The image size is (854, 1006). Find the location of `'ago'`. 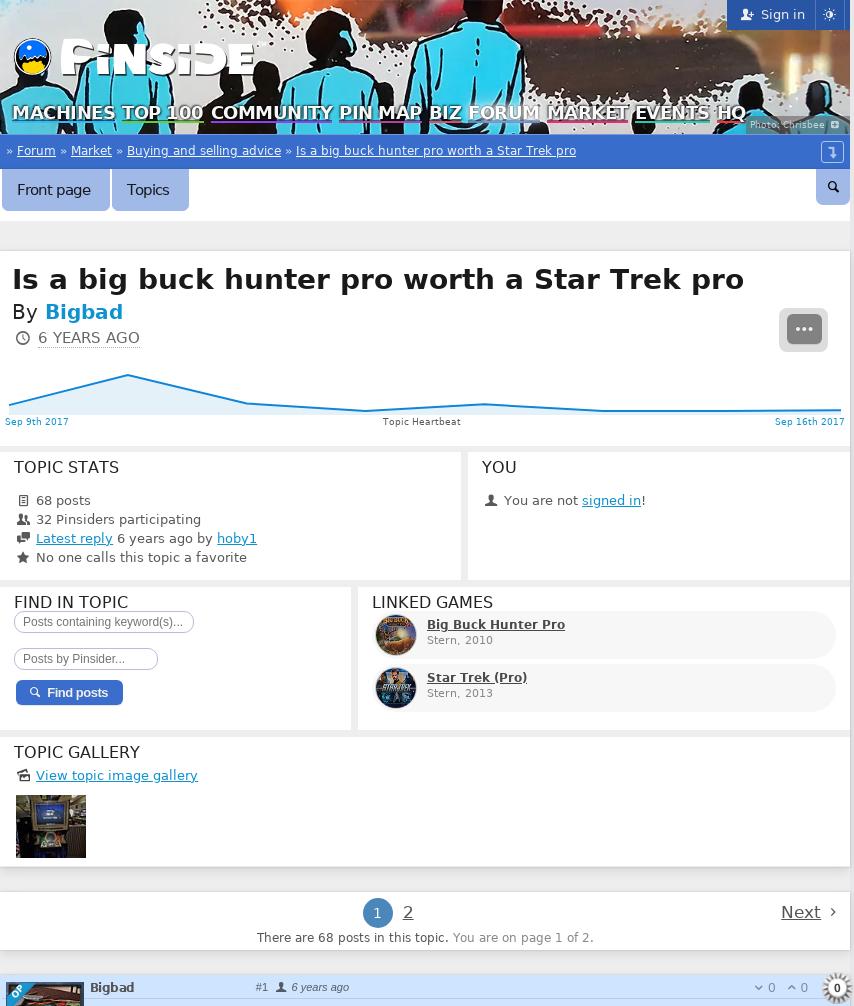

'ago' is located at coordinates (338, 985).